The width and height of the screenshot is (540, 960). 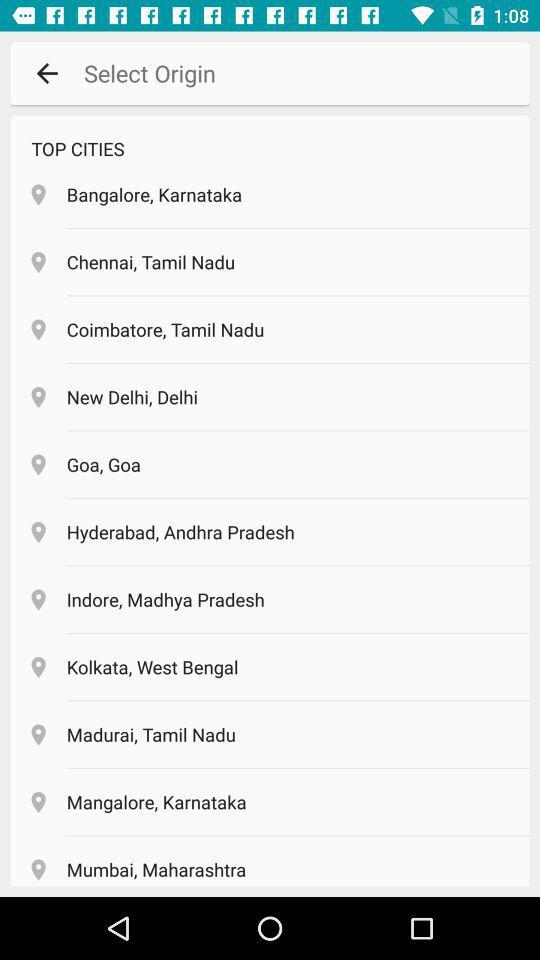 I want to click on the location icon on the bottom left corner of the web page, so click(x=38, y=869).